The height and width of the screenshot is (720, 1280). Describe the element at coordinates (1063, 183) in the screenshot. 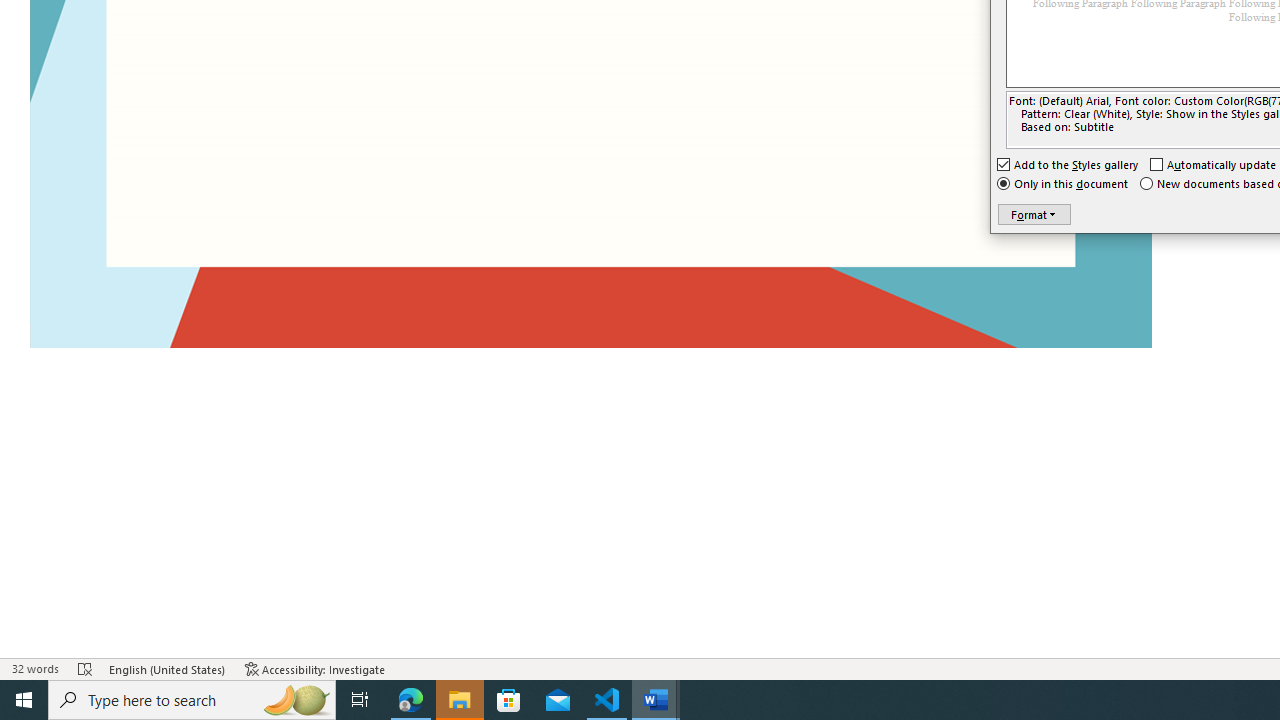

I see `'Only in this document'` at that location.